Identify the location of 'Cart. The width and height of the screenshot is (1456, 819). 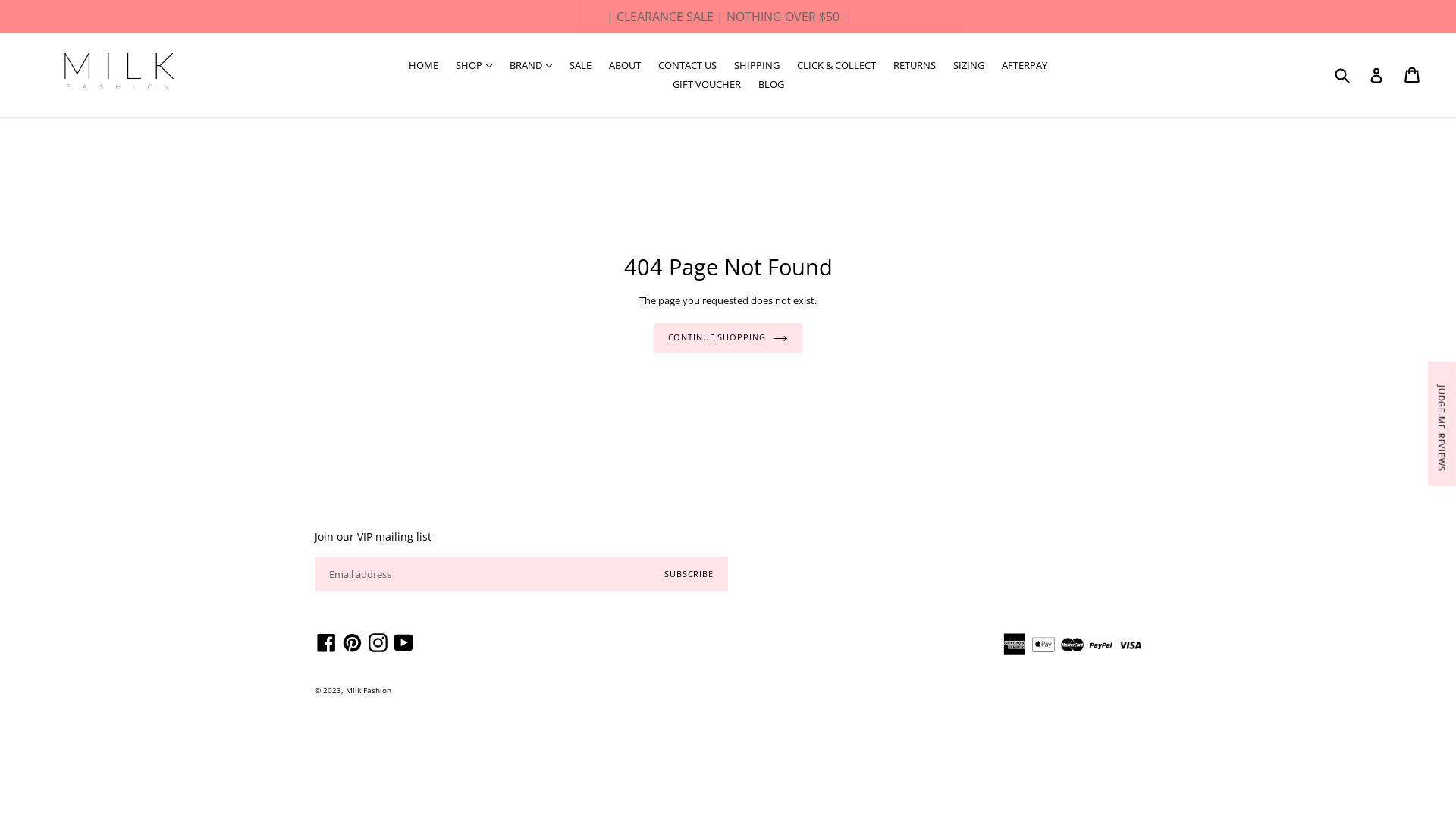
(1412, 75).